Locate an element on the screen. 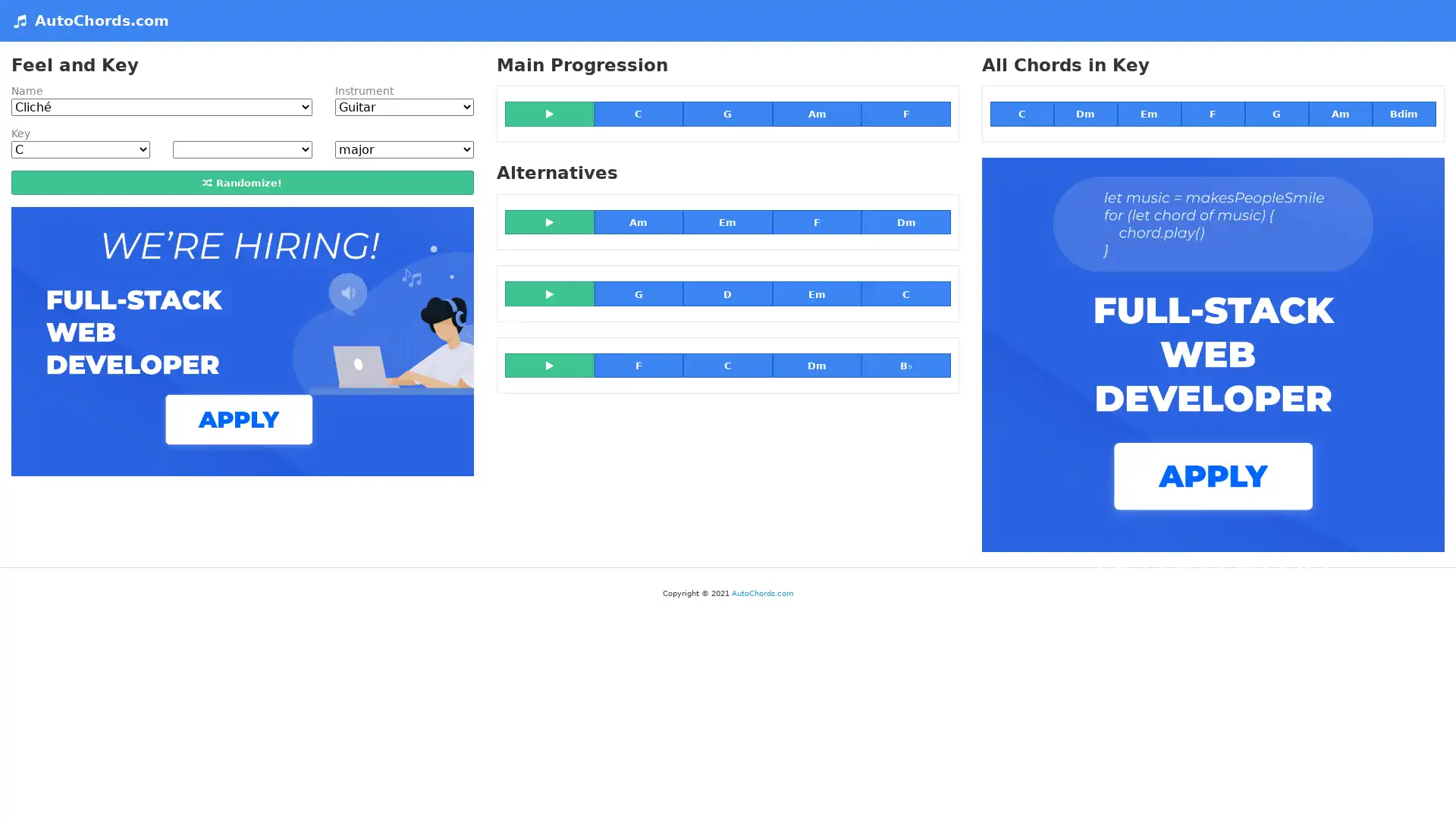 The height and width of the screenshot is (819, 1456). F is located at coordinates (815, 222).